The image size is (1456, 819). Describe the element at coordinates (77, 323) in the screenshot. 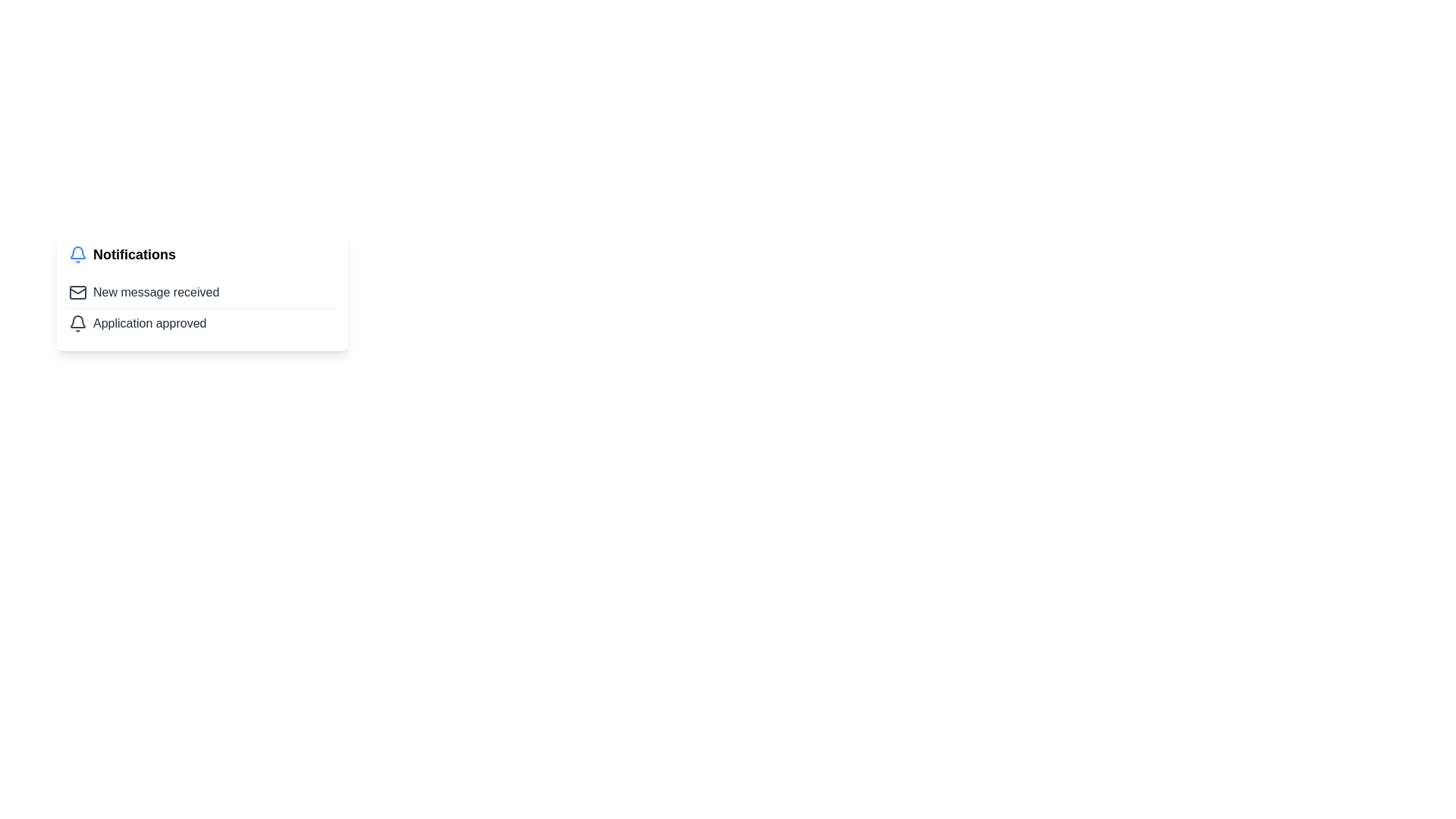

I see `the notification icon located at the top-left corner of the row displaying 'Application approved', positioned to the left of the text` at that location.